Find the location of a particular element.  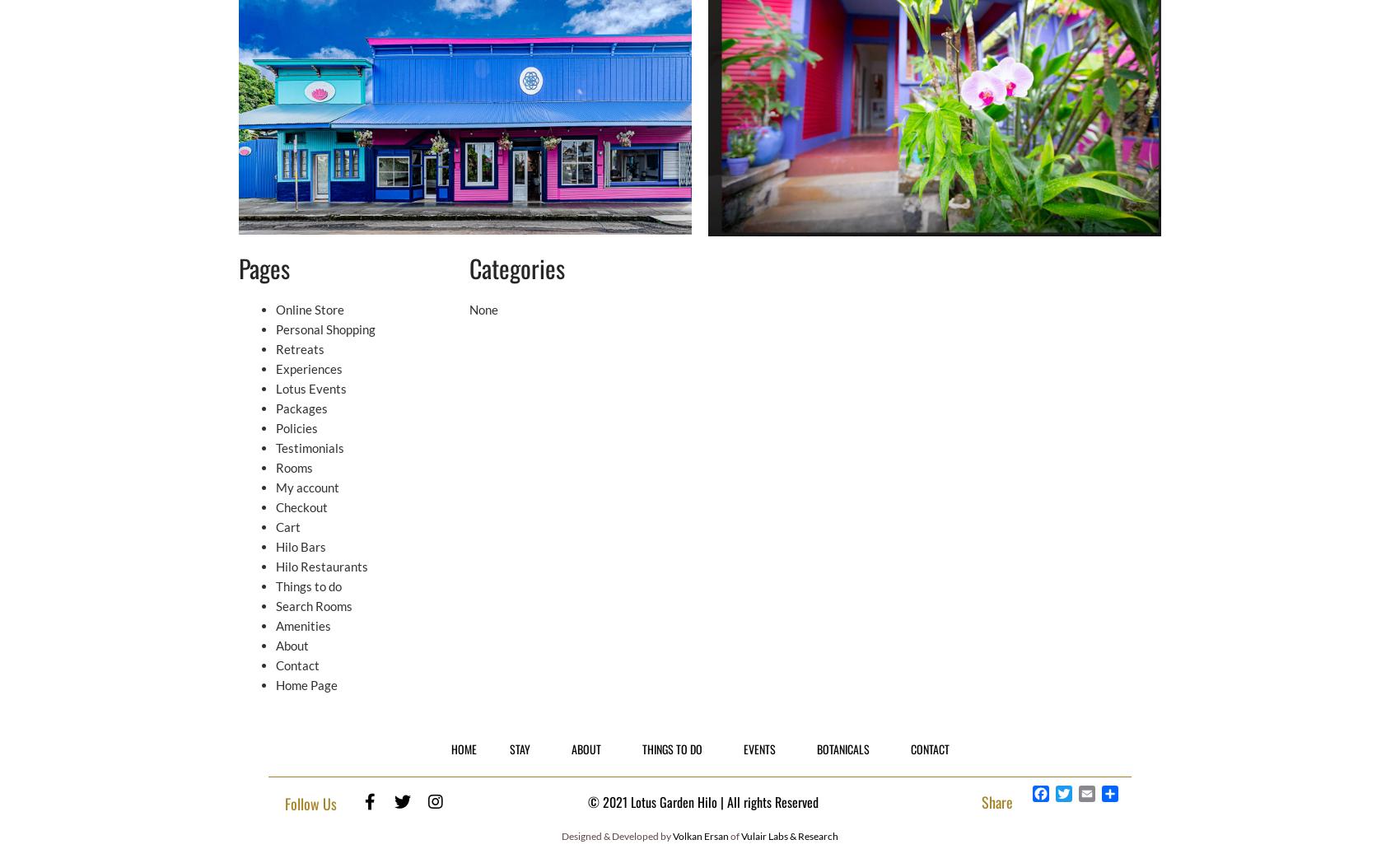

'About' is located at coordinates (291, 646).